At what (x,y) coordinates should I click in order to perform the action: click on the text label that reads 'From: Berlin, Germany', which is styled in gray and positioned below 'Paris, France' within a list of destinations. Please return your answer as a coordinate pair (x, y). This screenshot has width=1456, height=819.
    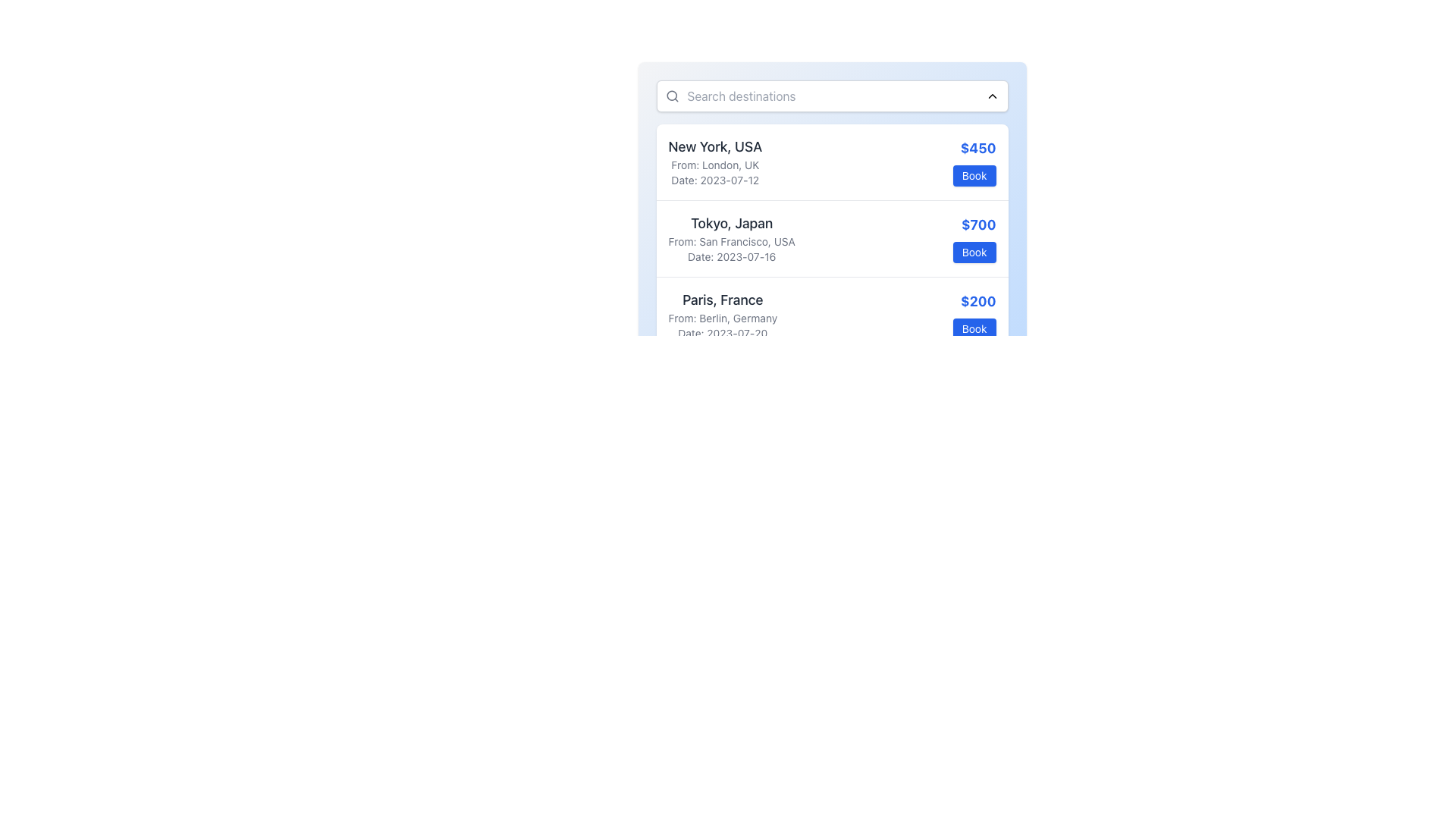
    Looking at the image, I should click on (722, 318).